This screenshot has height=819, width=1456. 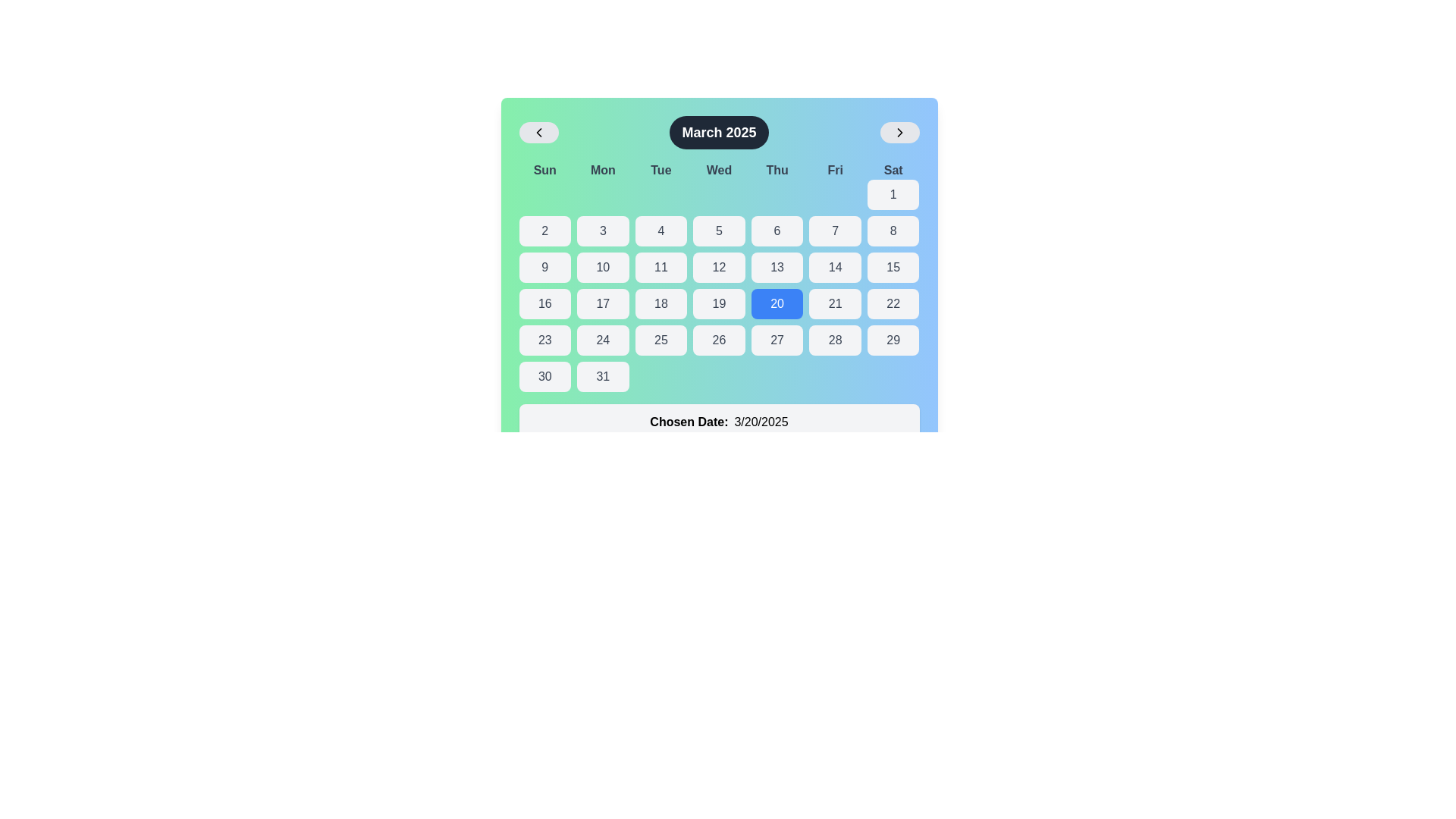 I want to click on the selectable date button representing the 28th day of the month in the calendar interface, located under the 'Fri' column in the fifth row of the grid layout, so click(x=834, y=339).